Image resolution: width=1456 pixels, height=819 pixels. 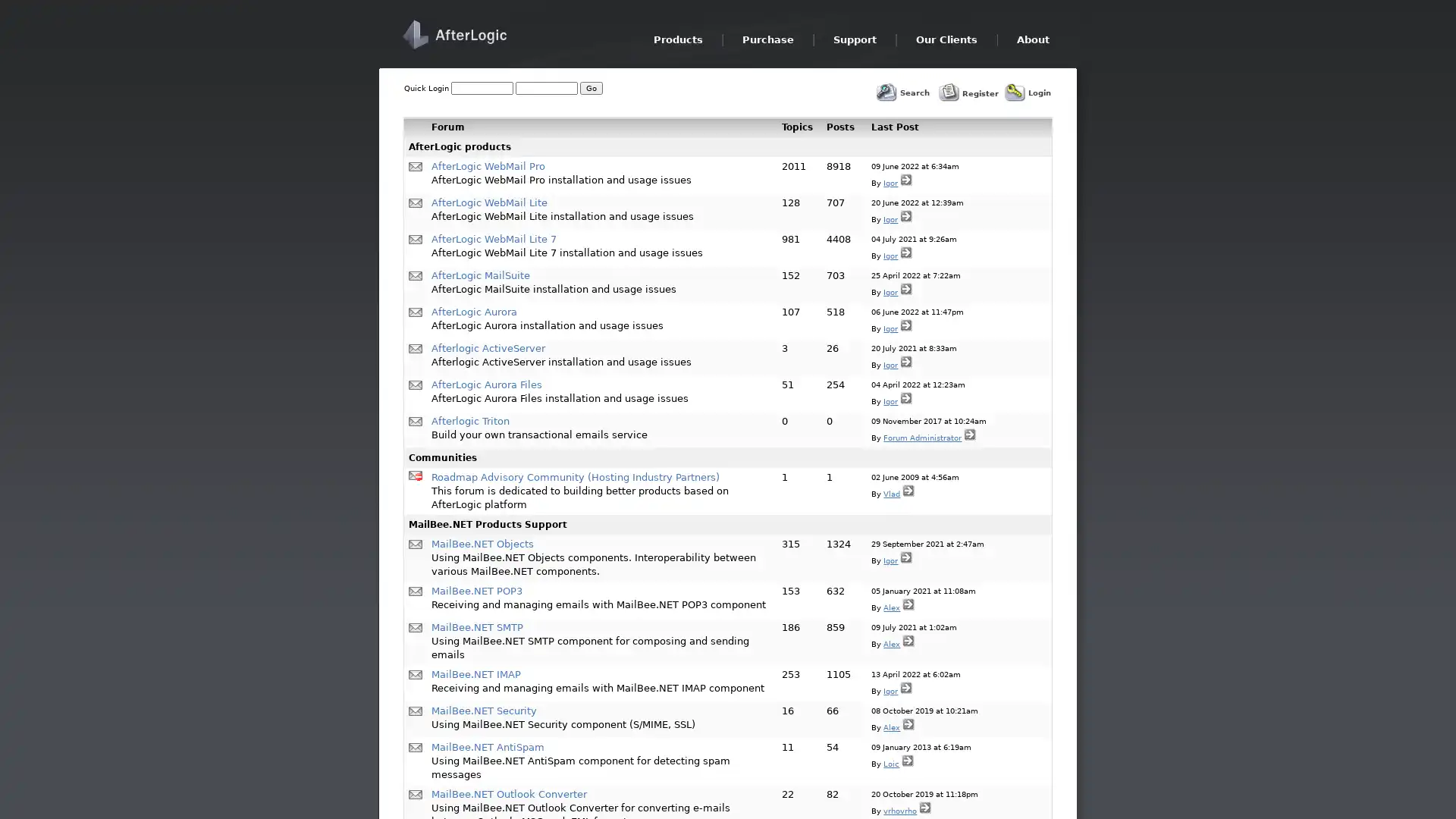 What do you see at coordinates (590, 88) in the screenshot?
I see `Go` at bounding box center [590, 88].